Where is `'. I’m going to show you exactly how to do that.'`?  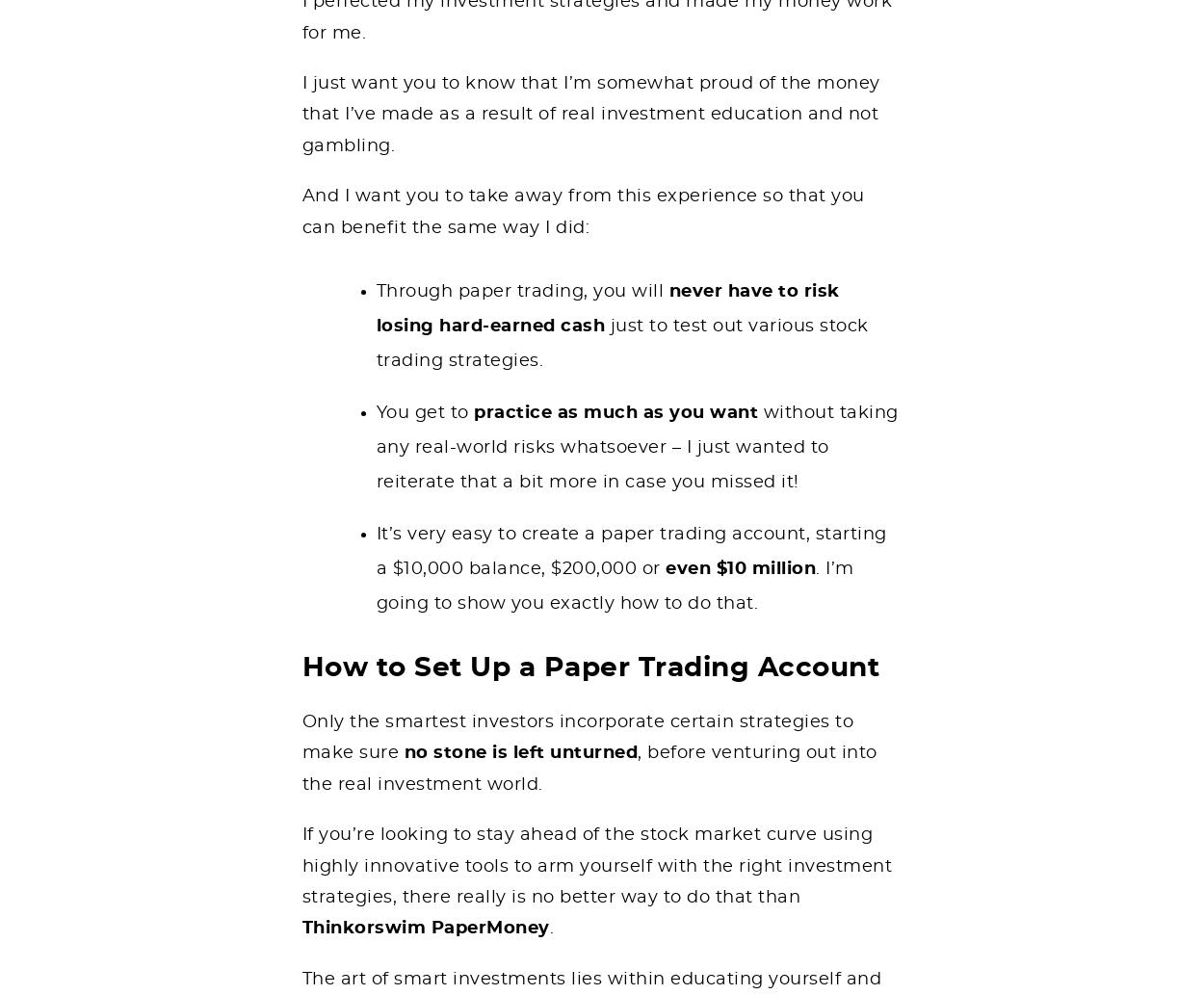 '. I’m going to show you exactly how to do that.' is located at coordinates (615, 585).